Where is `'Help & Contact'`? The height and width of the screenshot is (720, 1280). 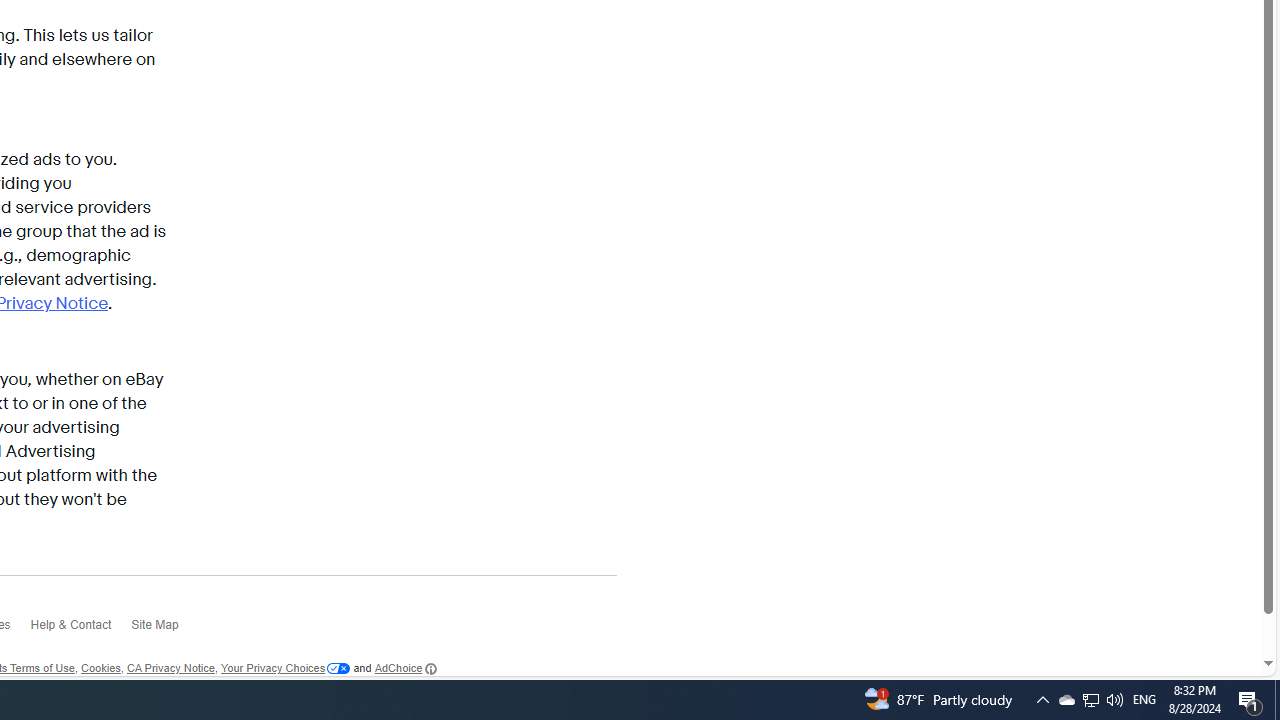 'Help & Contact' is located at coordinates (80, 628).